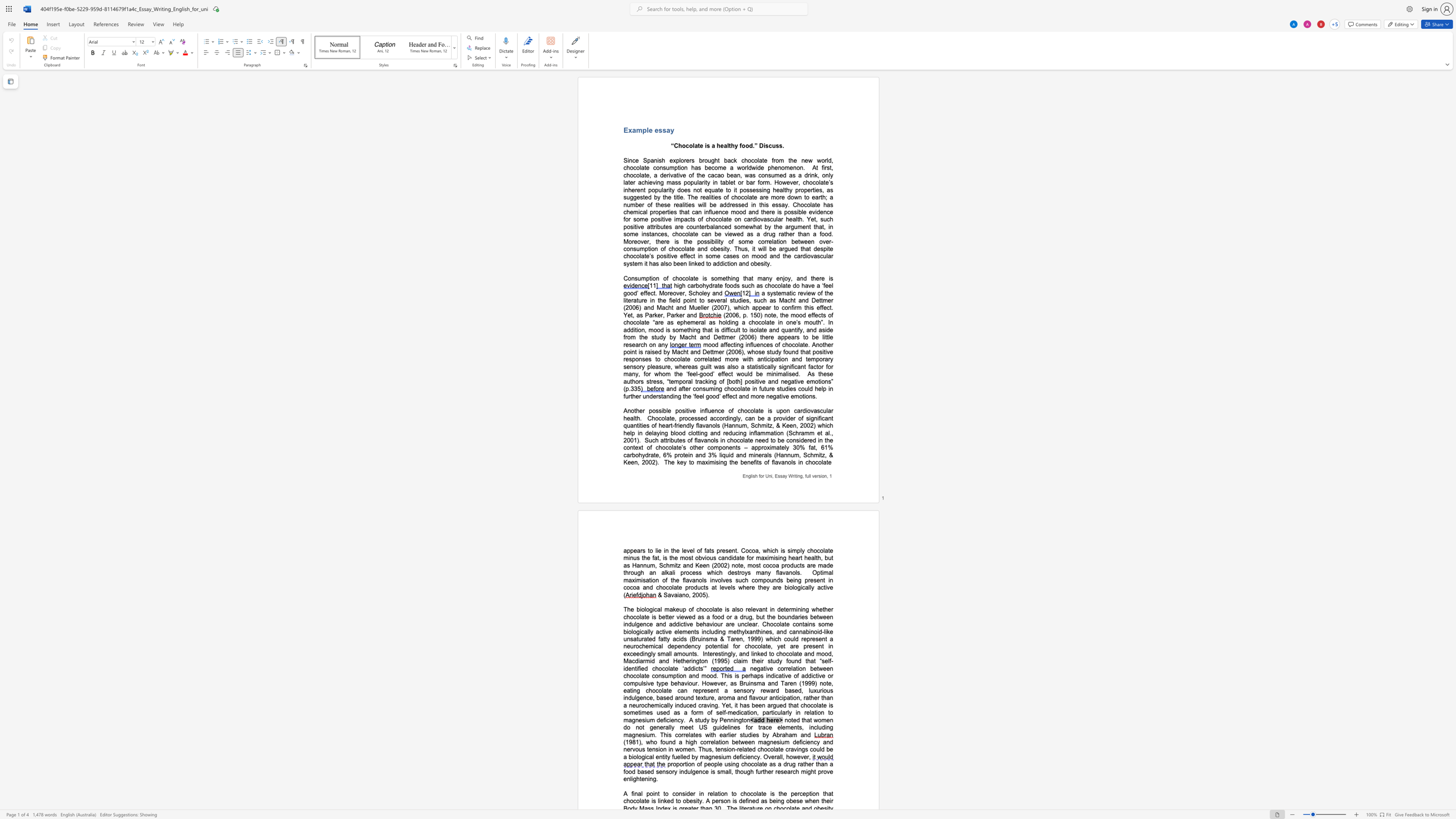 The height and width of the screenshot is (819, 1456). I want to click on the space between the continuous character "a" and "d" in the text, so click(757, 720).